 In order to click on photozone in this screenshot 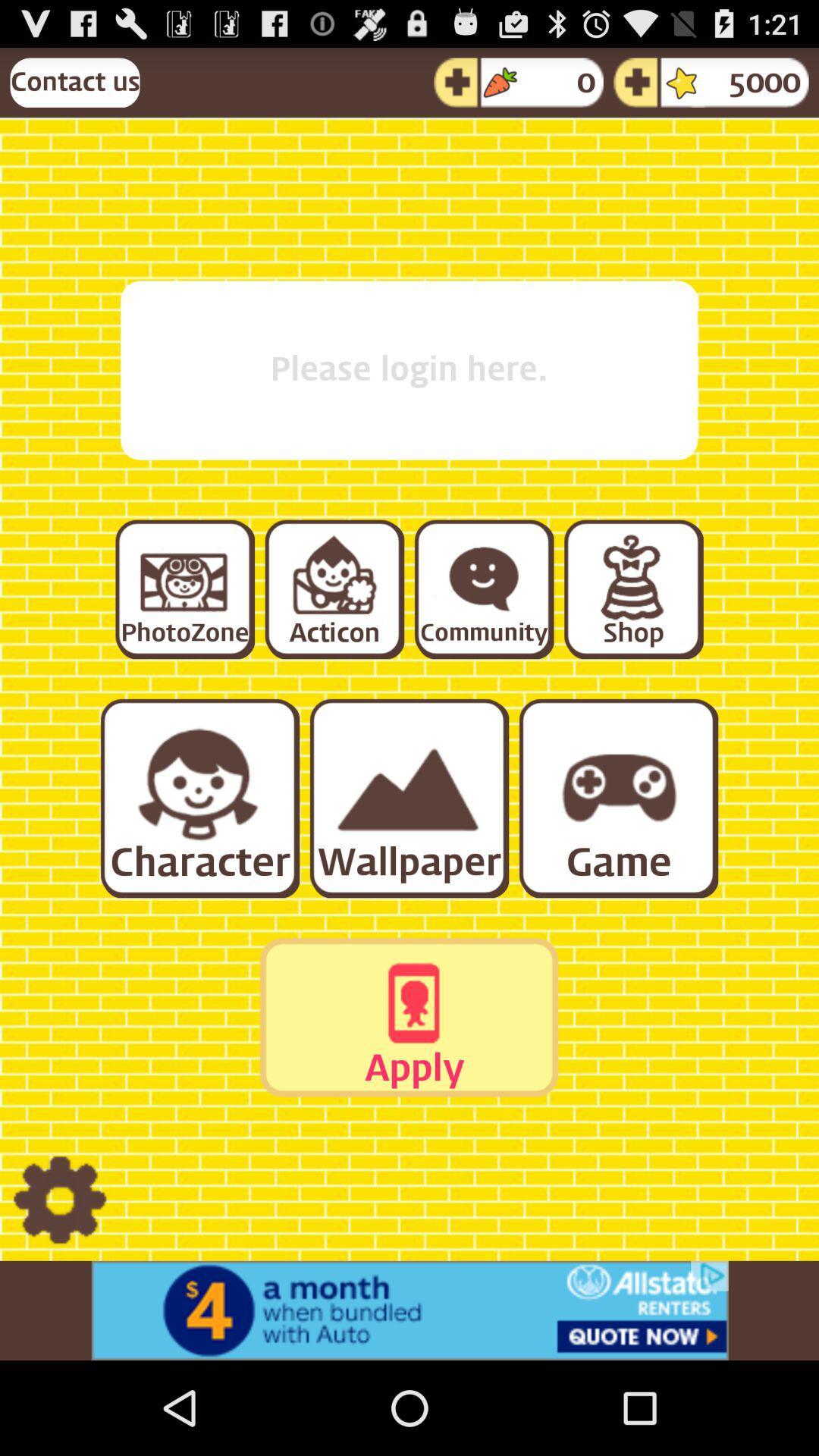, I will do `click(184, 588)`.